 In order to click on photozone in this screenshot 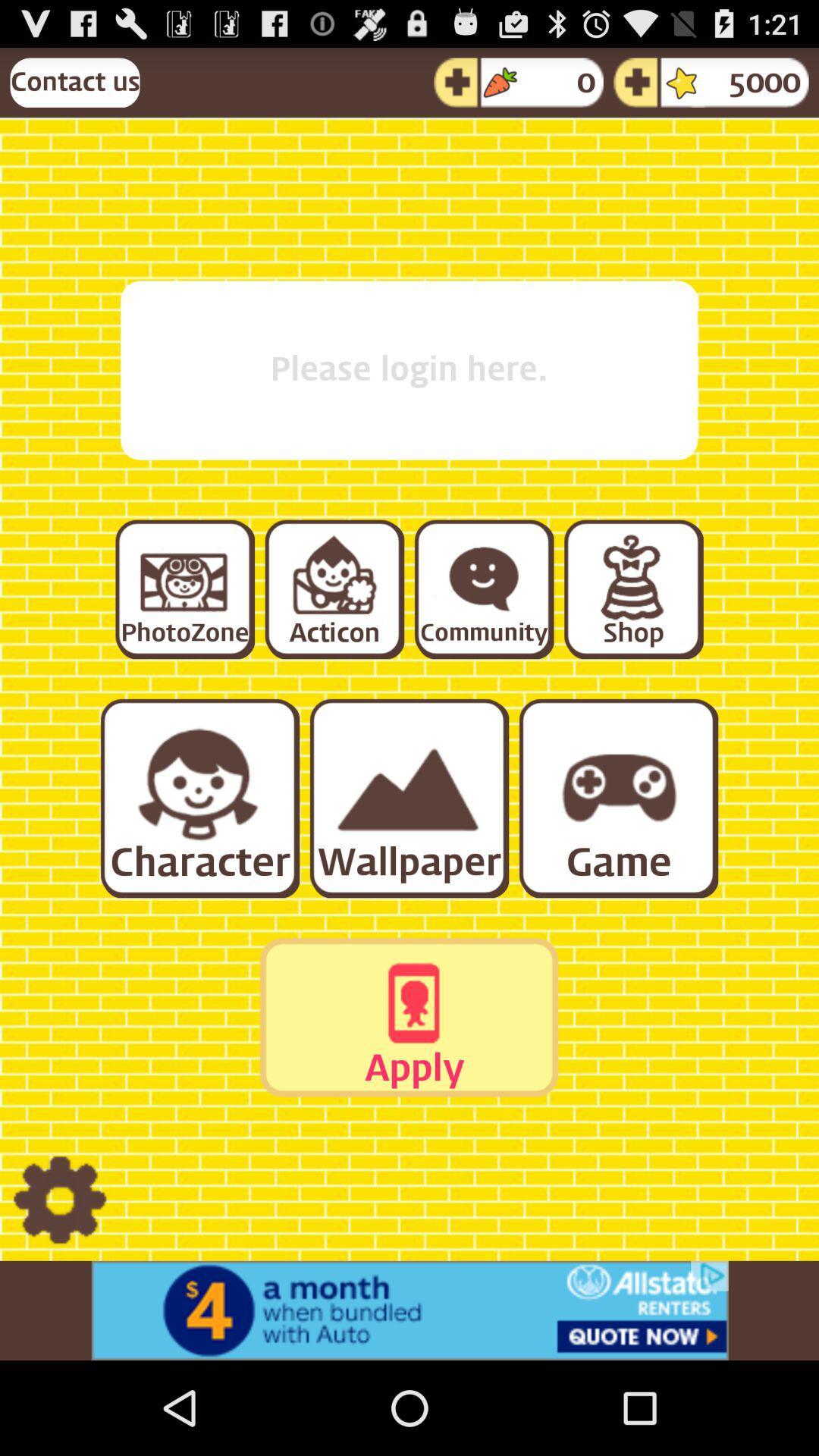, I will do `click(184, 588)`.